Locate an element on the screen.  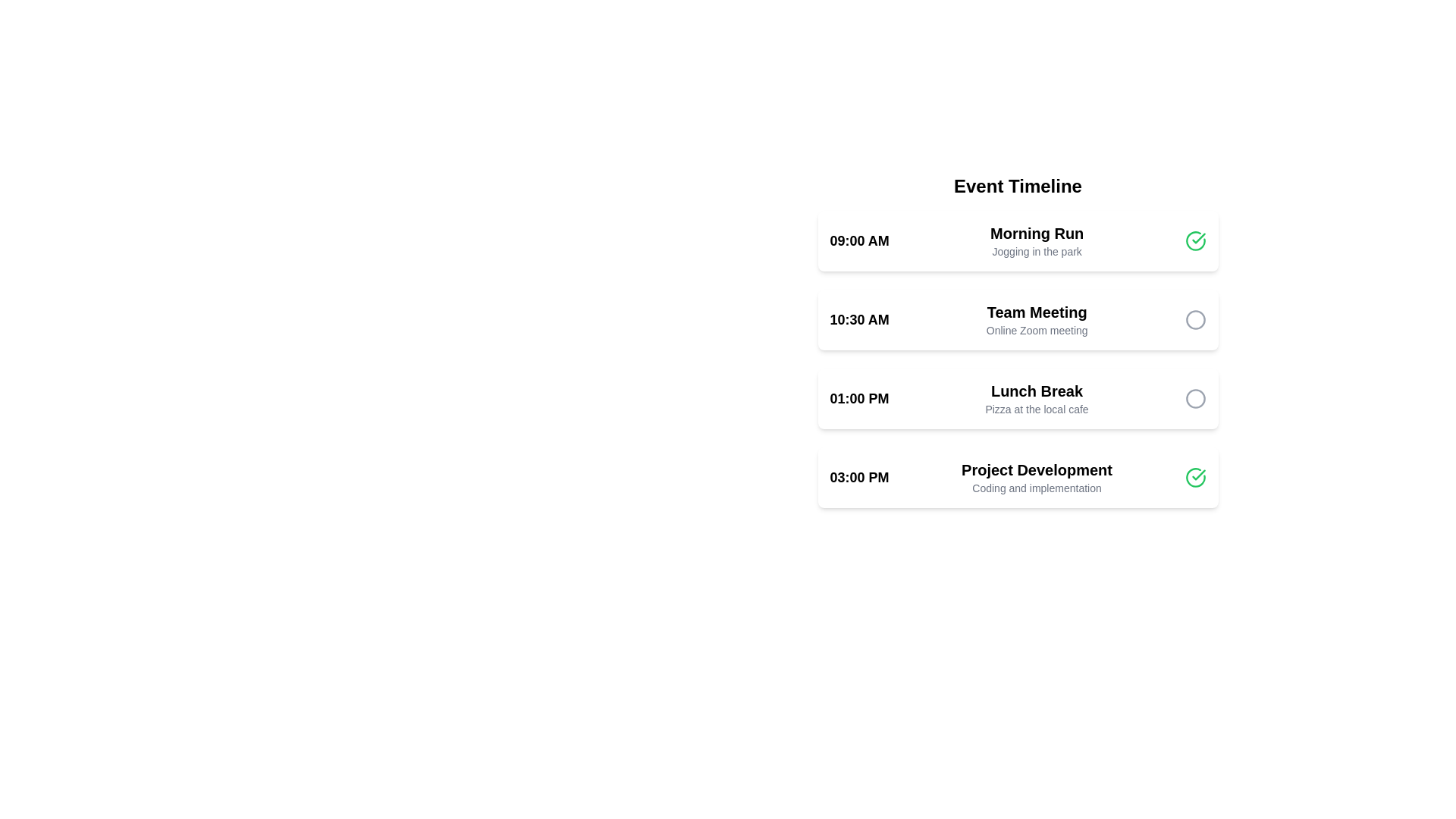
the event timeline entry for 'Project Development' scheduled at 03:00 PM, which includes a green checkmark icon and a description of 'Coding and implementation' is located at coordinates (1018, 476).